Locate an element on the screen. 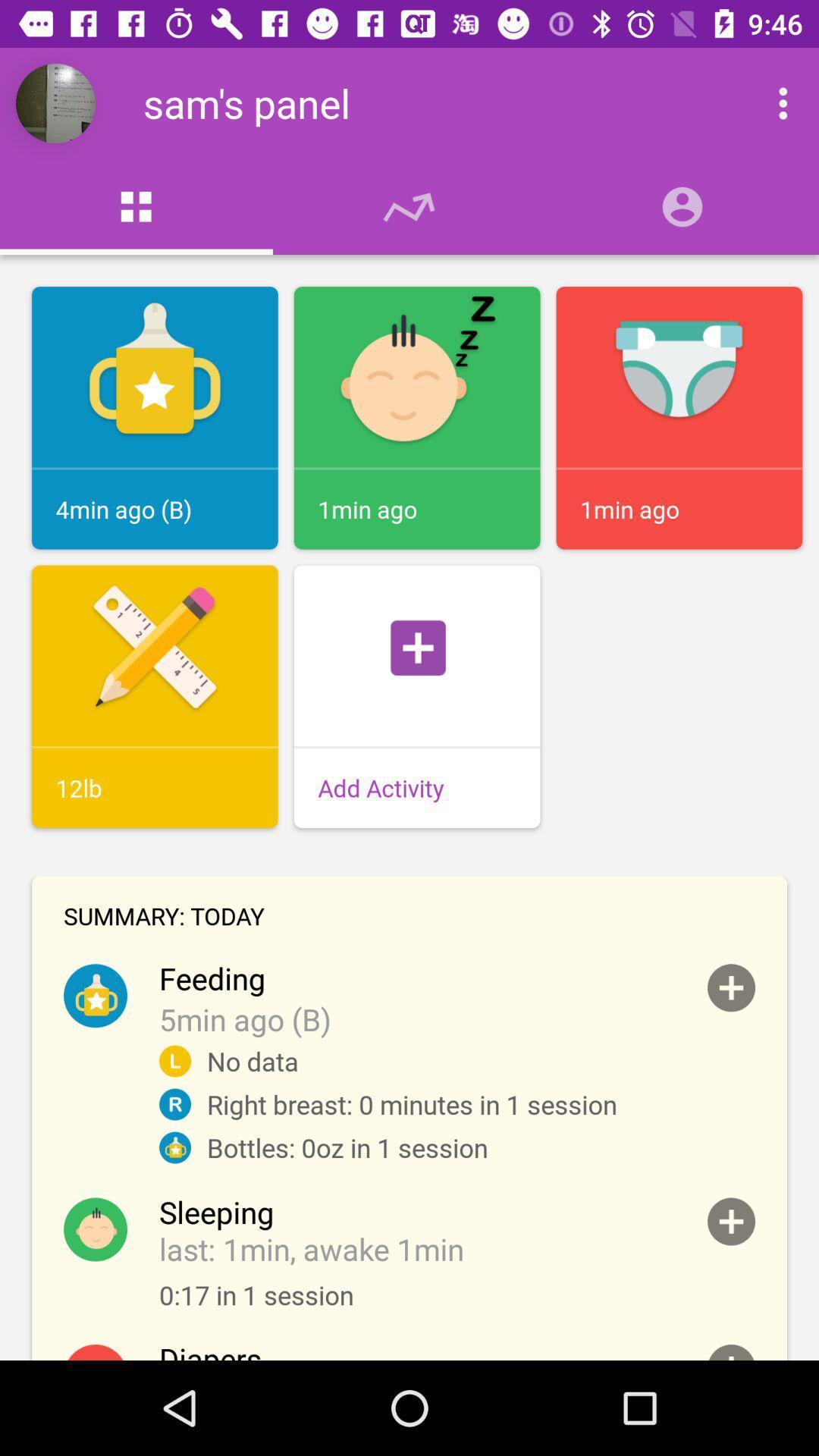 This screenshot has height=1456, width=819. click add option is located at coordinates (730, 987).